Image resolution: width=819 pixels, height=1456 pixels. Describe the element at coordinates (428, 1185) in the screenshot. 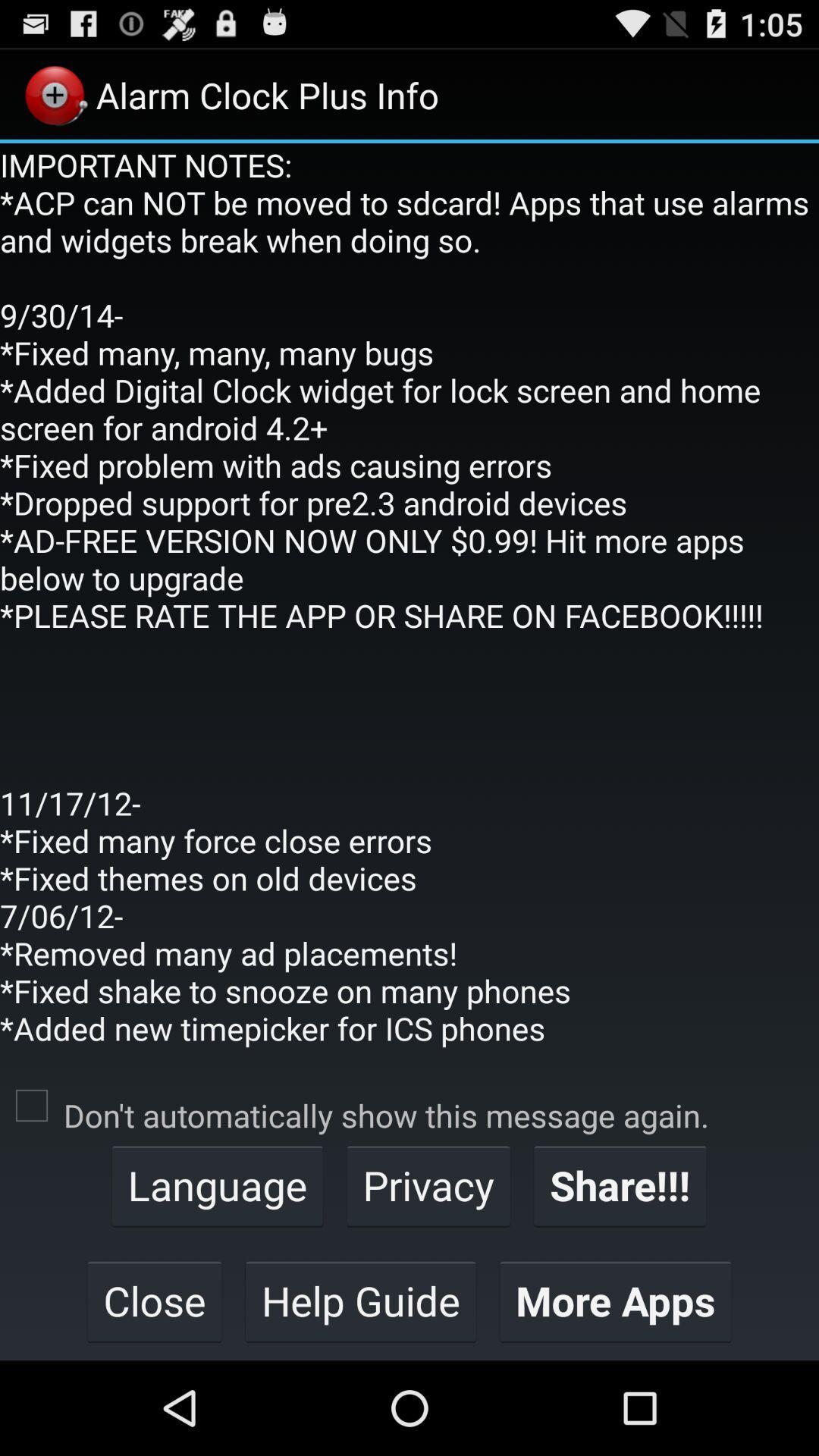

I see `the app below don t automatically` at that location.